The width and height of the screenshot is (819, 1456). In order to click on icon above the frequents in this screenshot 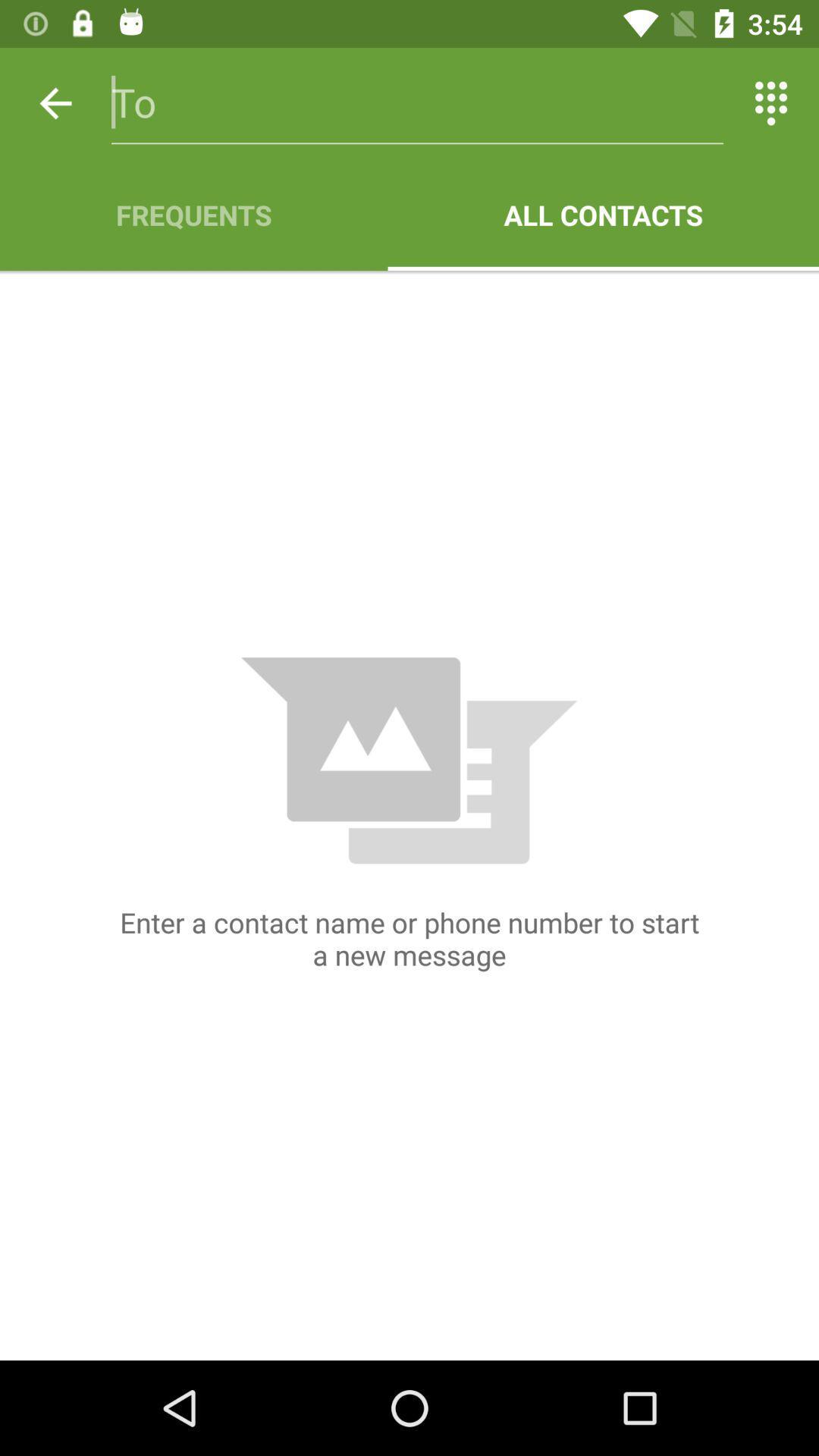, I will do `click(417, 102)`.